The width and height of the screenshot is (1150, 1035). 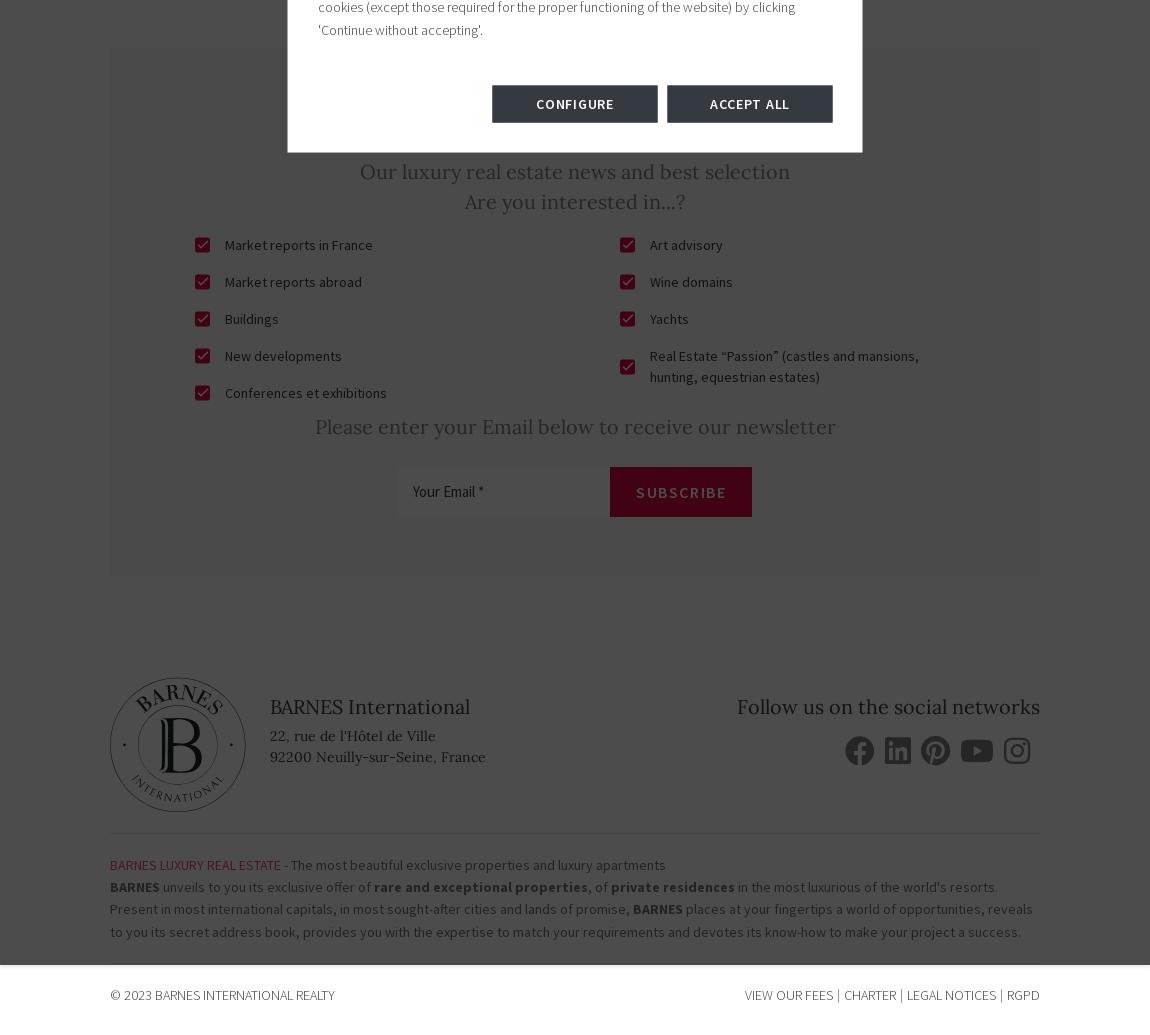 What do you see at coordinates (788, 994) in the screenshot?
I see `'View our fees'` at bounding box center [788, 994].